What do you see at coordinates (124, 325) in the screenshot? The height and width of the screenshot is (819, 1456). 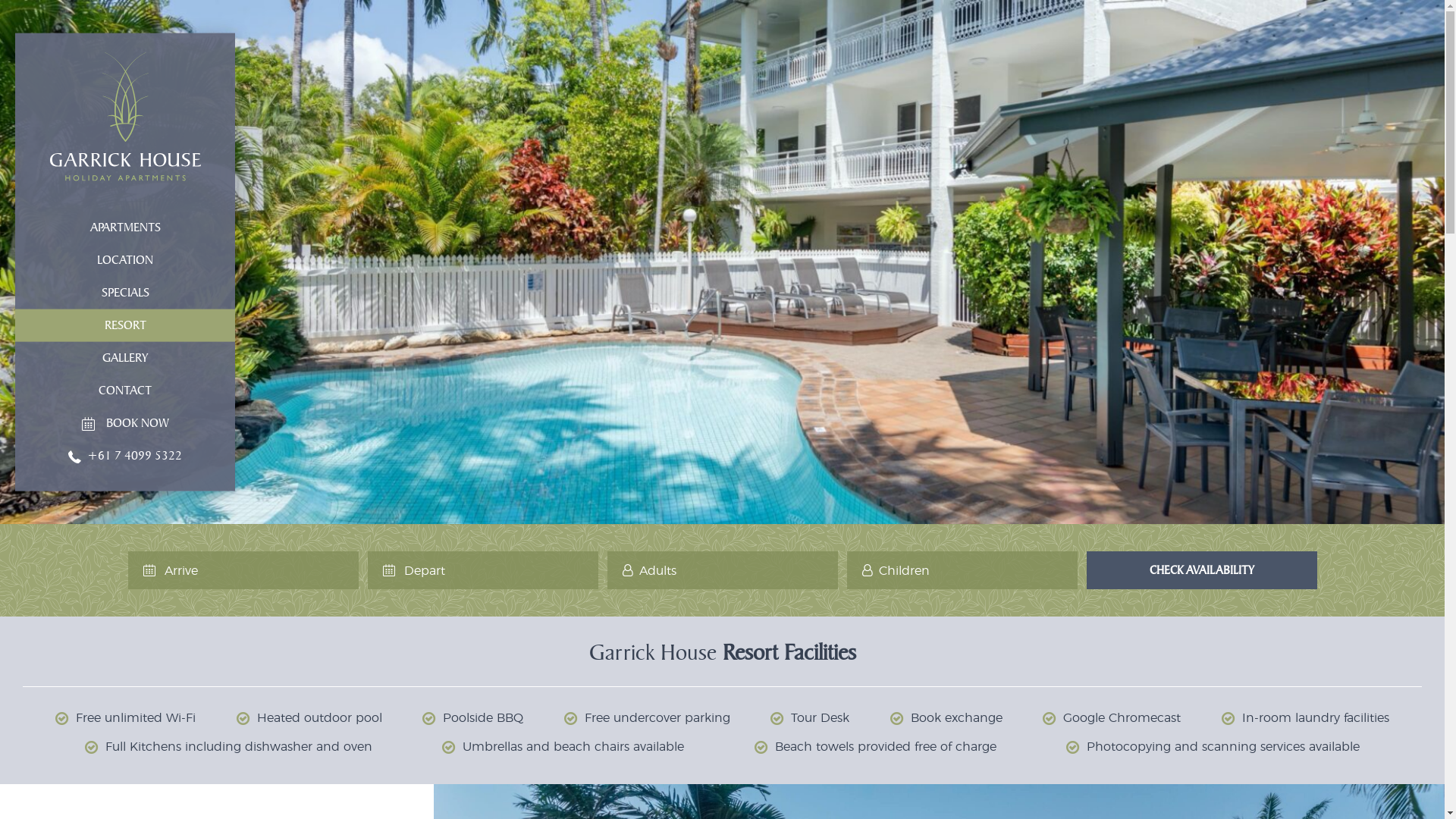 I see `'RESORT'` at bounding box center [124, 325].